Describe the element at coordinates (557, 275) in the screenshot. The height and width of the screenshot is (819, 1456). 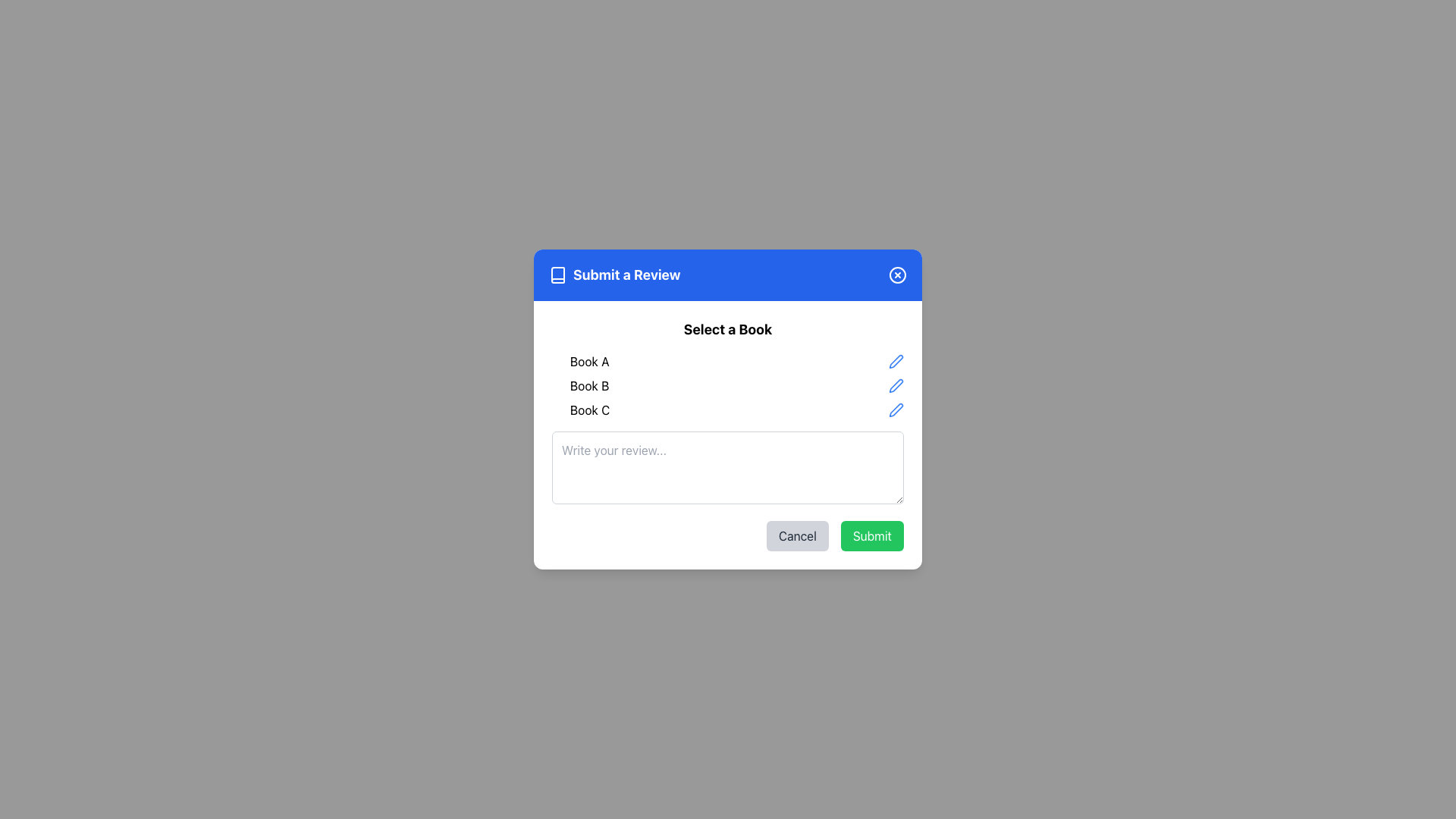
I see `the book icon located at the top left corner of the modal header, immediately to the left of the 'Submit a Review' text` at that location.